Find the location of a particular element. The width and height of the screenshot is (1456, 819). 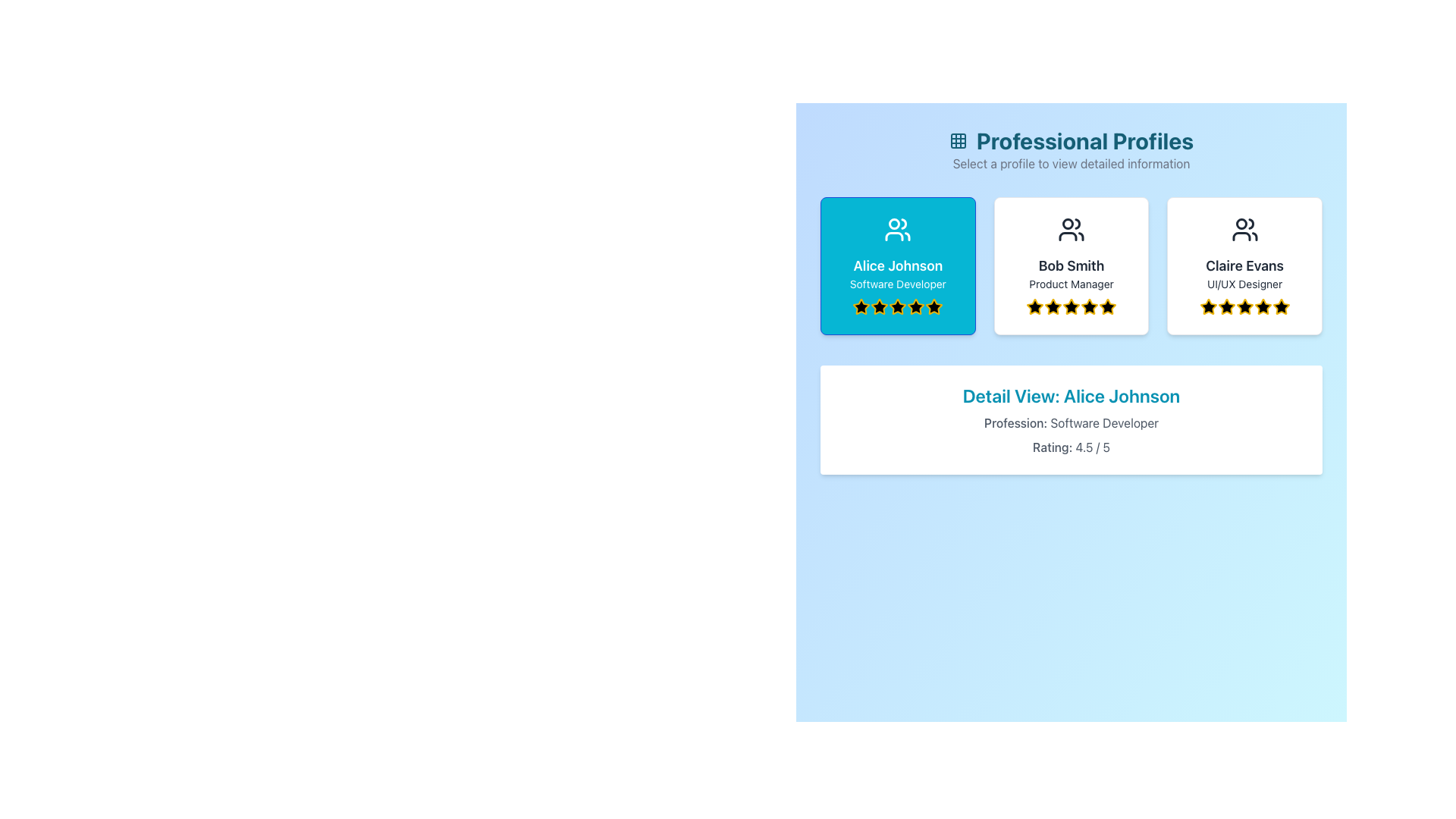

the second star in the rating system located beneath 'Alice Johnson' and 'Software Developer' in the blue card is located at coordinates (880, 306).